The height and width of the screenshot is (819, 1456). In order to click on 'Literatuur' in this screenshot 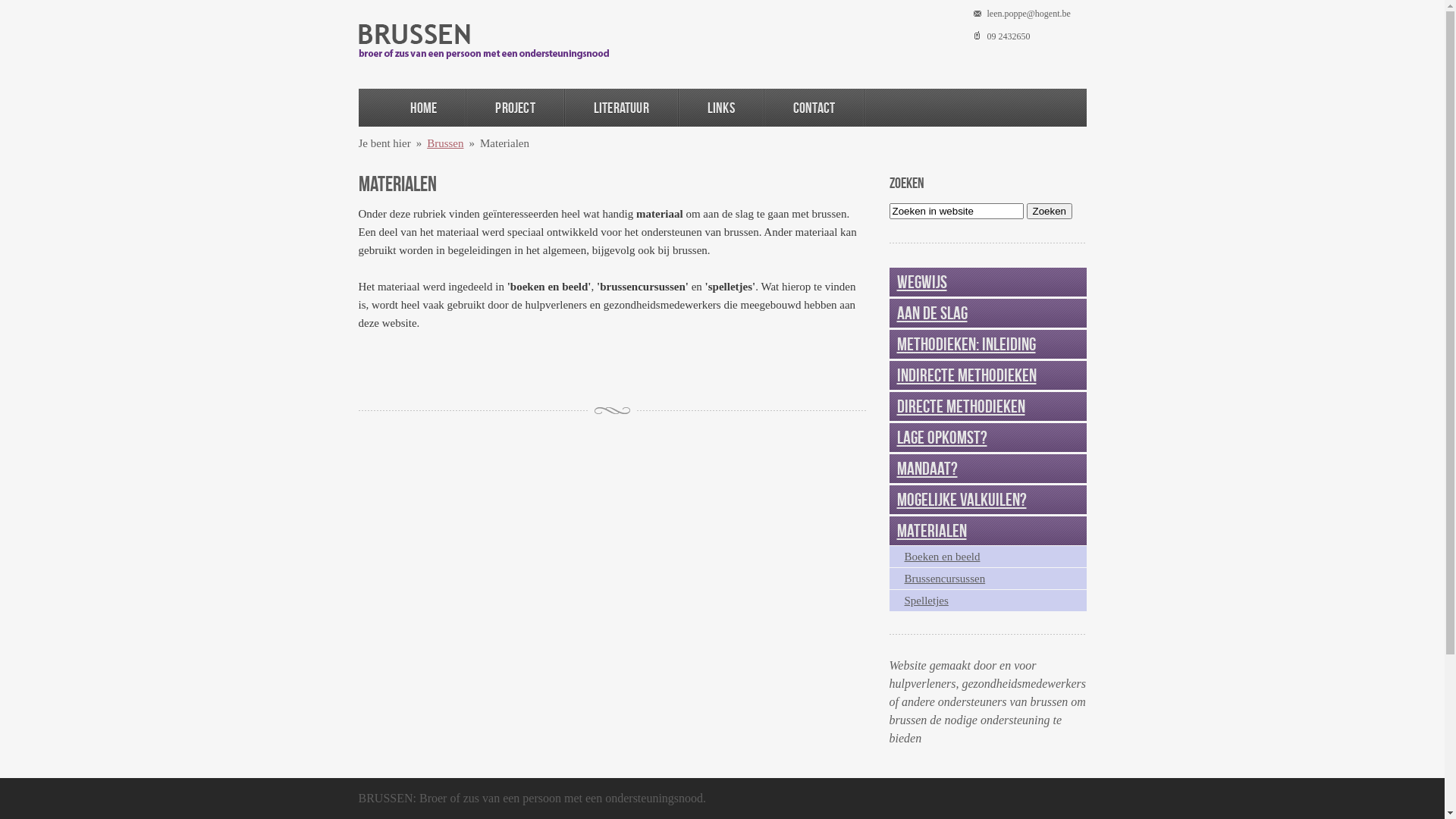, I will do `click(621, 107)`.